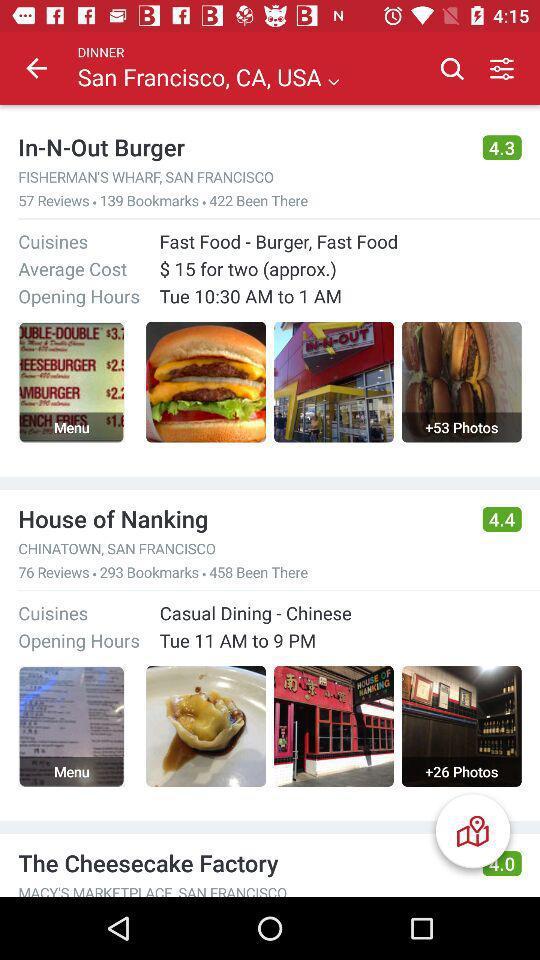  I want to click on item below the 15 for two, so click(250, 295).